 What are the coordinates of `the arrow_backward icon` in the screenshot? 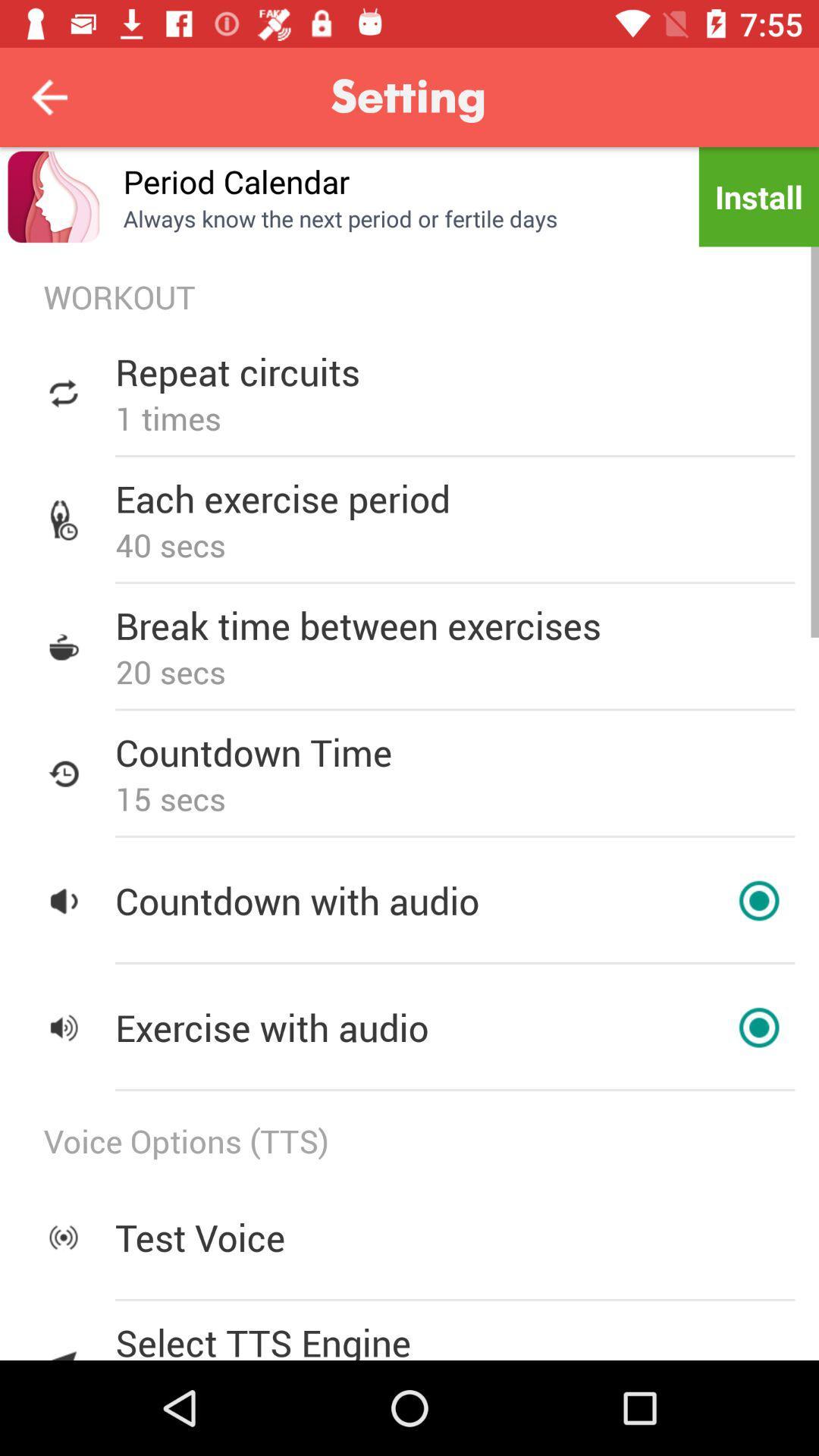 It's located at (49, 96).